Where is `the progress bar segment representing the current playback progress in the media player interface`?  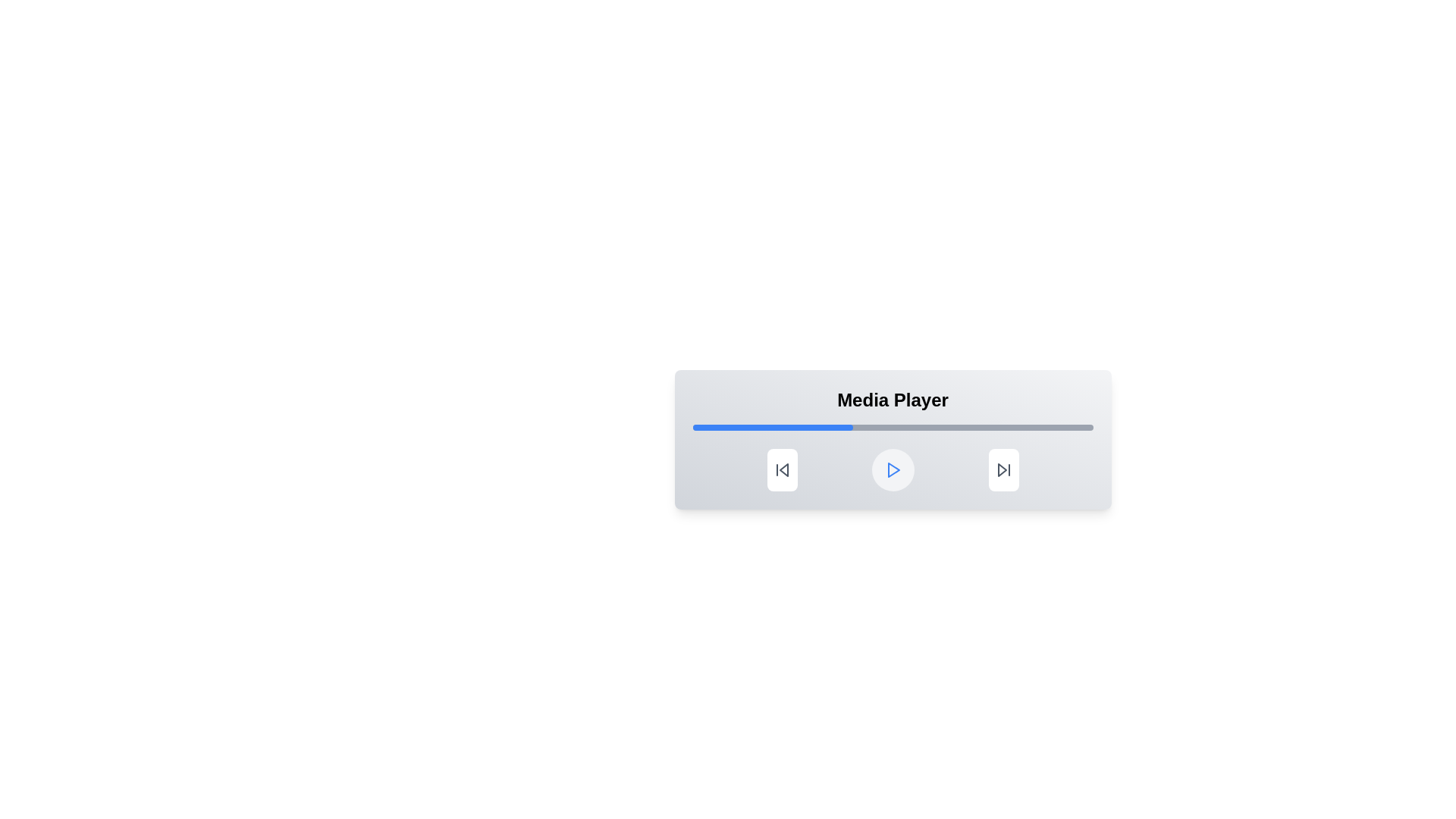 the progress bar segment representing the current playback progress in the media player interface is located at coordinates (773, 427).